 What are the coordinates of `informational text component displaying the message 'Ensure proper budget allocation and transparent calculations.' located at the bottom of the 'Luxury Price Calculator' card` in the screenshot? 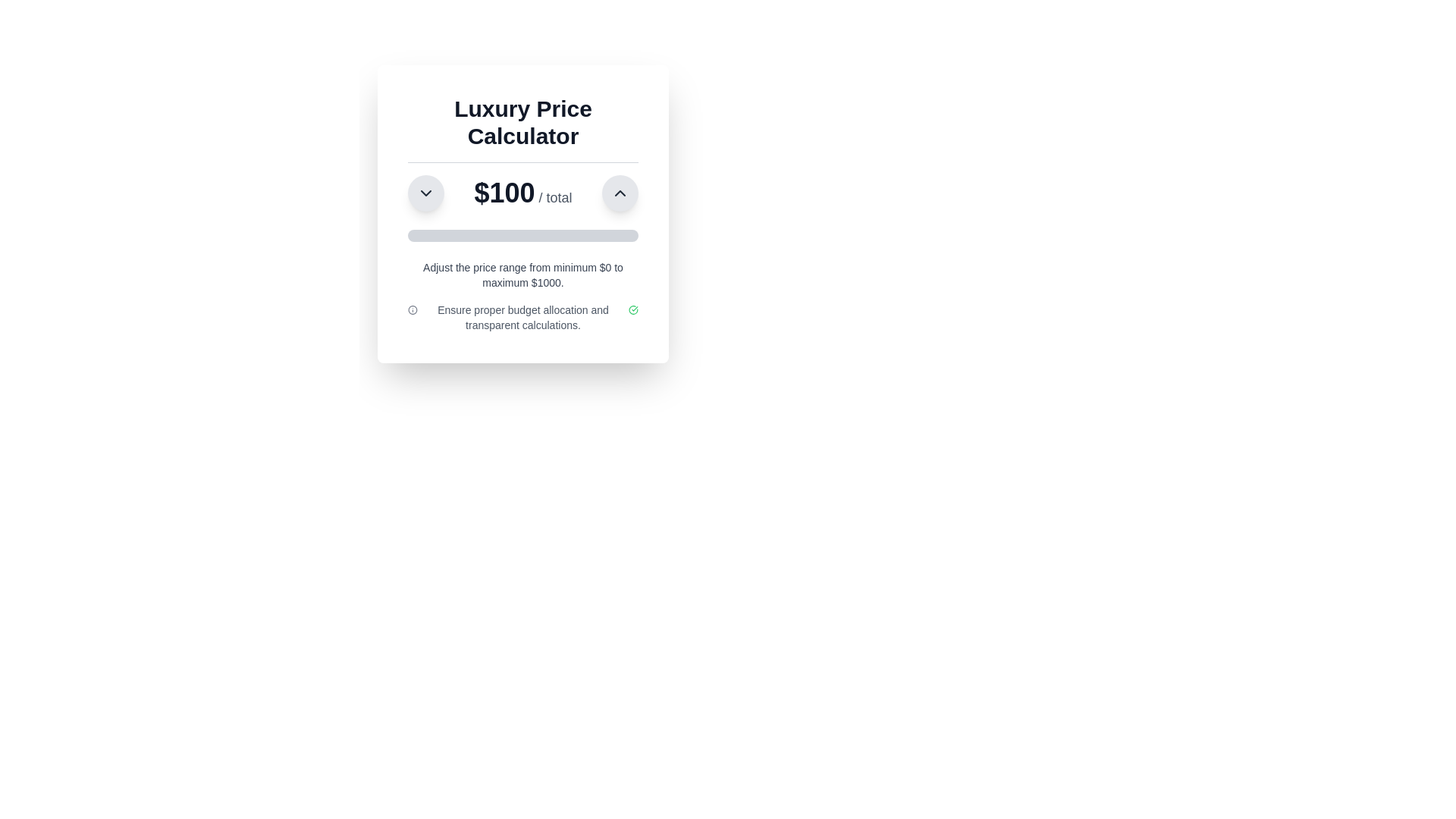 It's located at (523, 317).